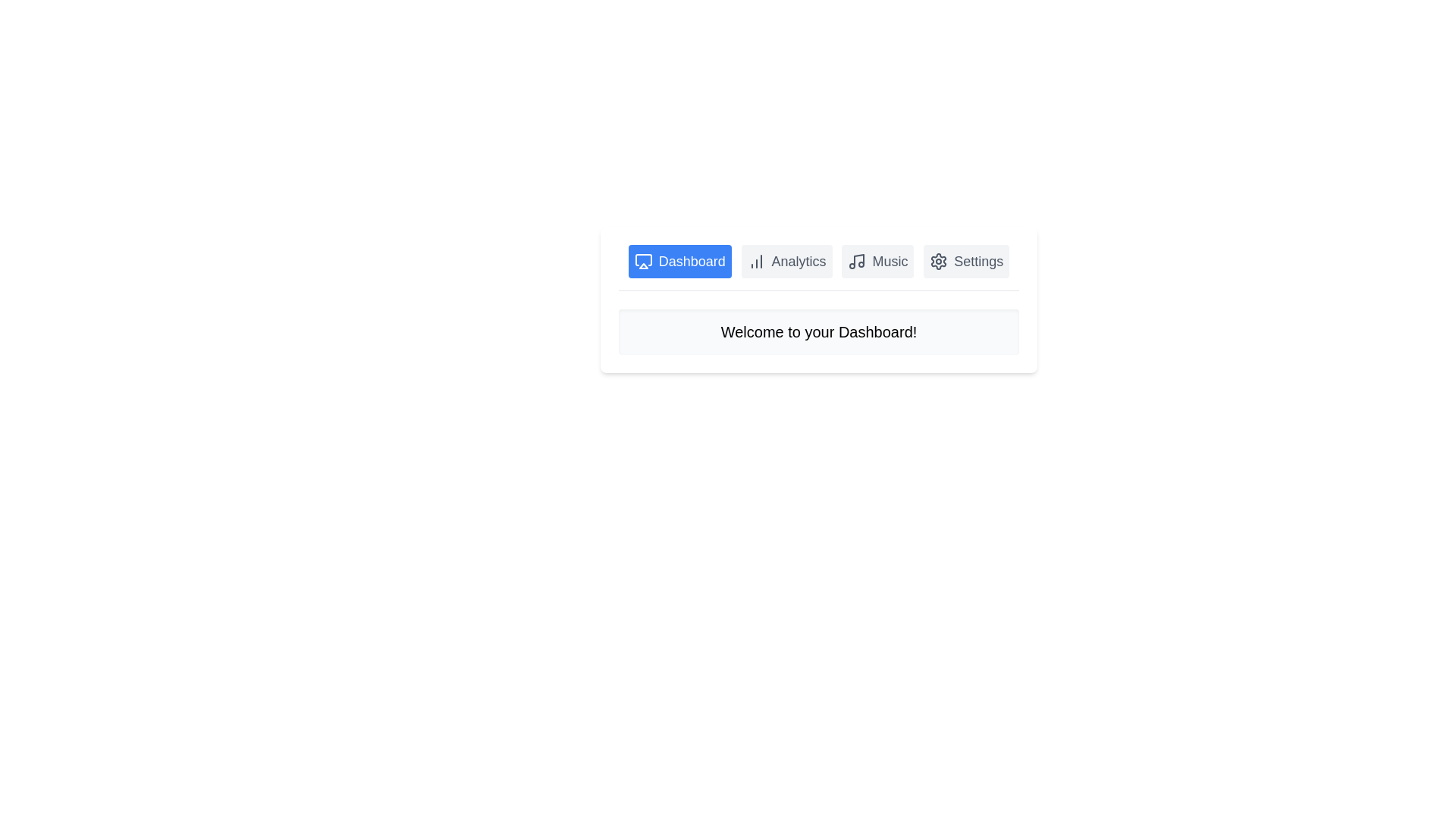 This screenshot has height=819, width=1456. I want to click on the static text element that displays 'Welcome to your Dashboard!' which has a light gray background and is centered beneath the navigation bar, so click(818, 331).